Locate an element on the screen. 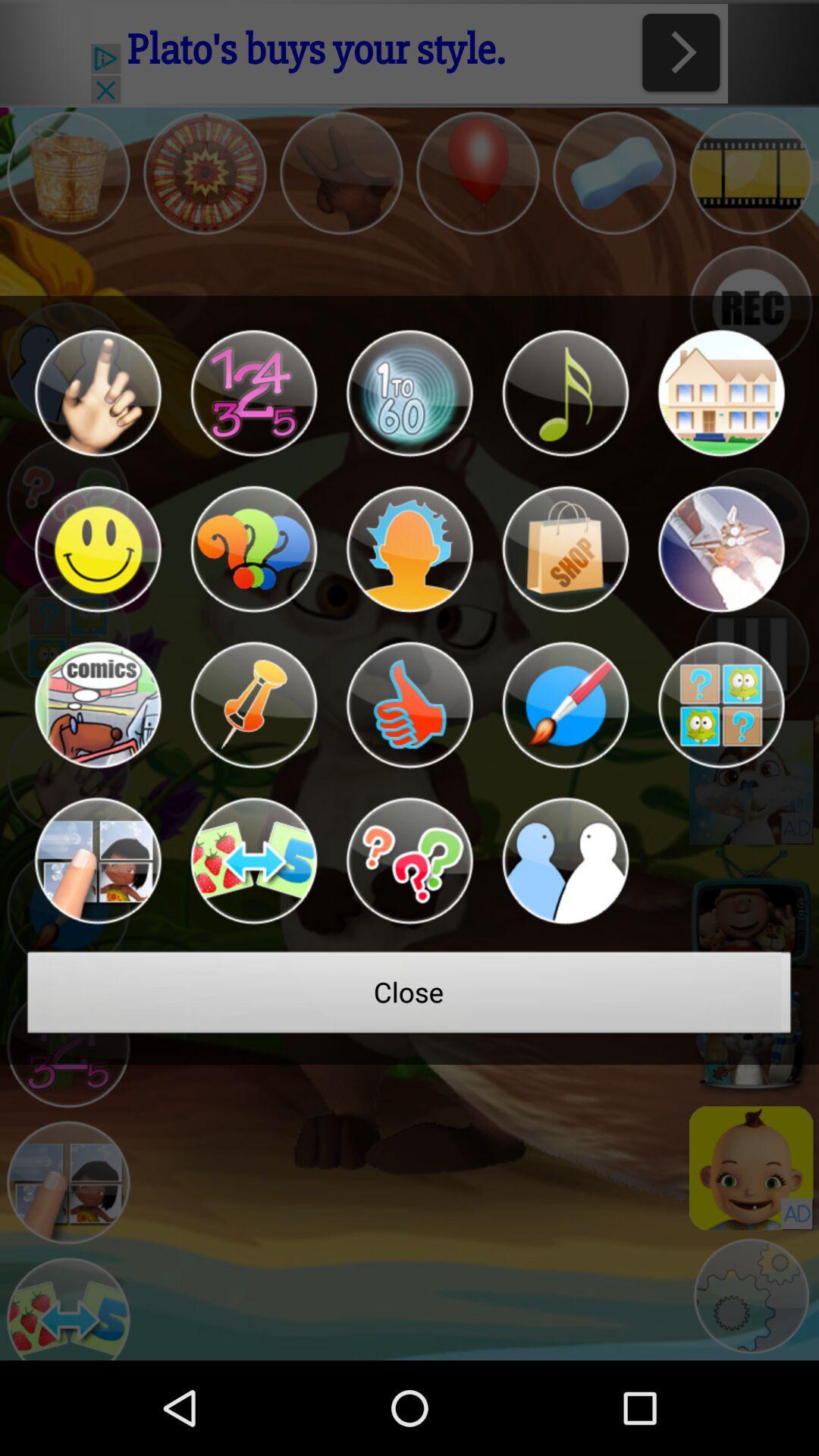 Image resolution: width=819 pixels, height=1456 pixels. tac is located at coordinates (253, 704).